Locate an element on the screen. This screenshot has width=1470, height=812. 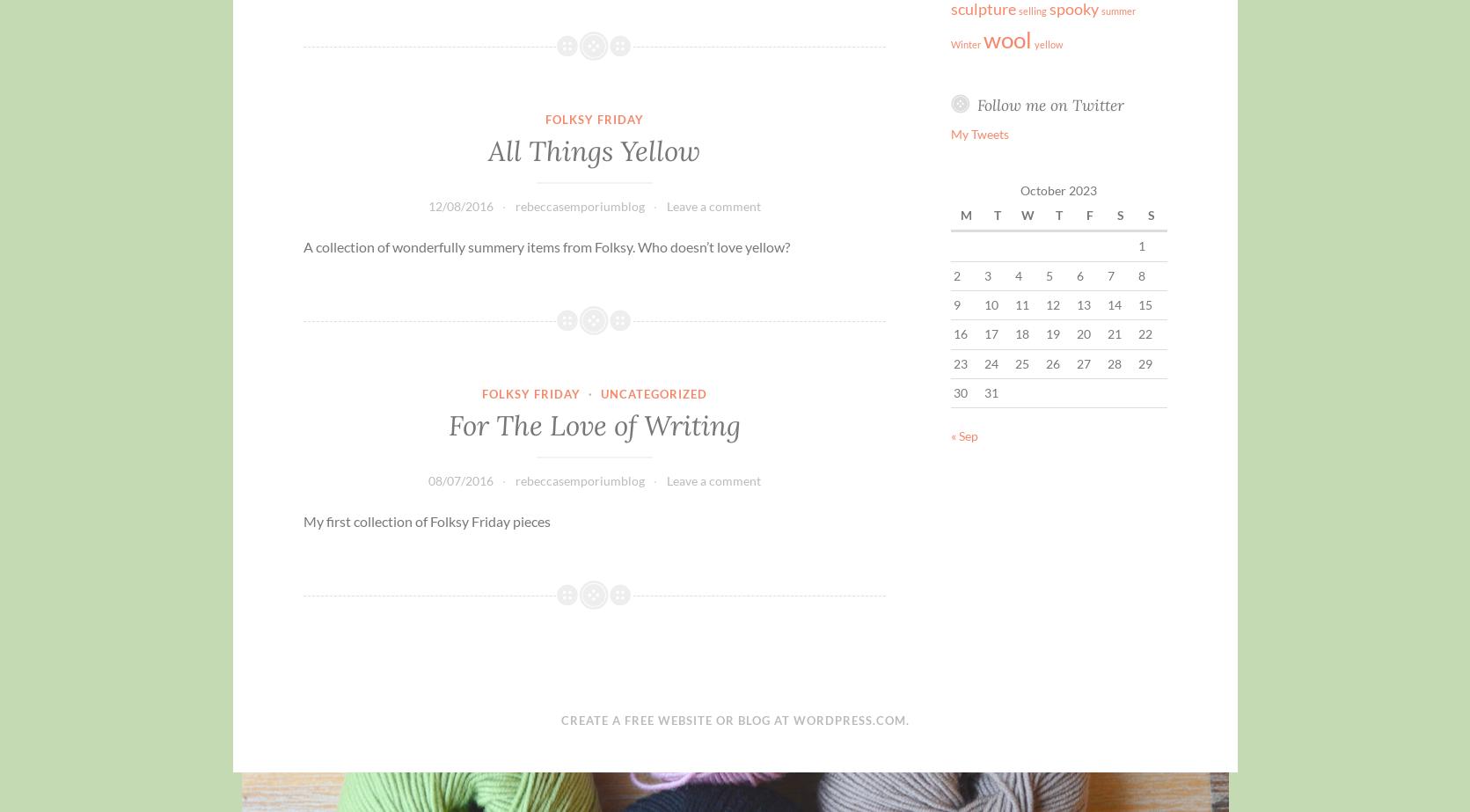
'3' is located at coordinates (988, 274).